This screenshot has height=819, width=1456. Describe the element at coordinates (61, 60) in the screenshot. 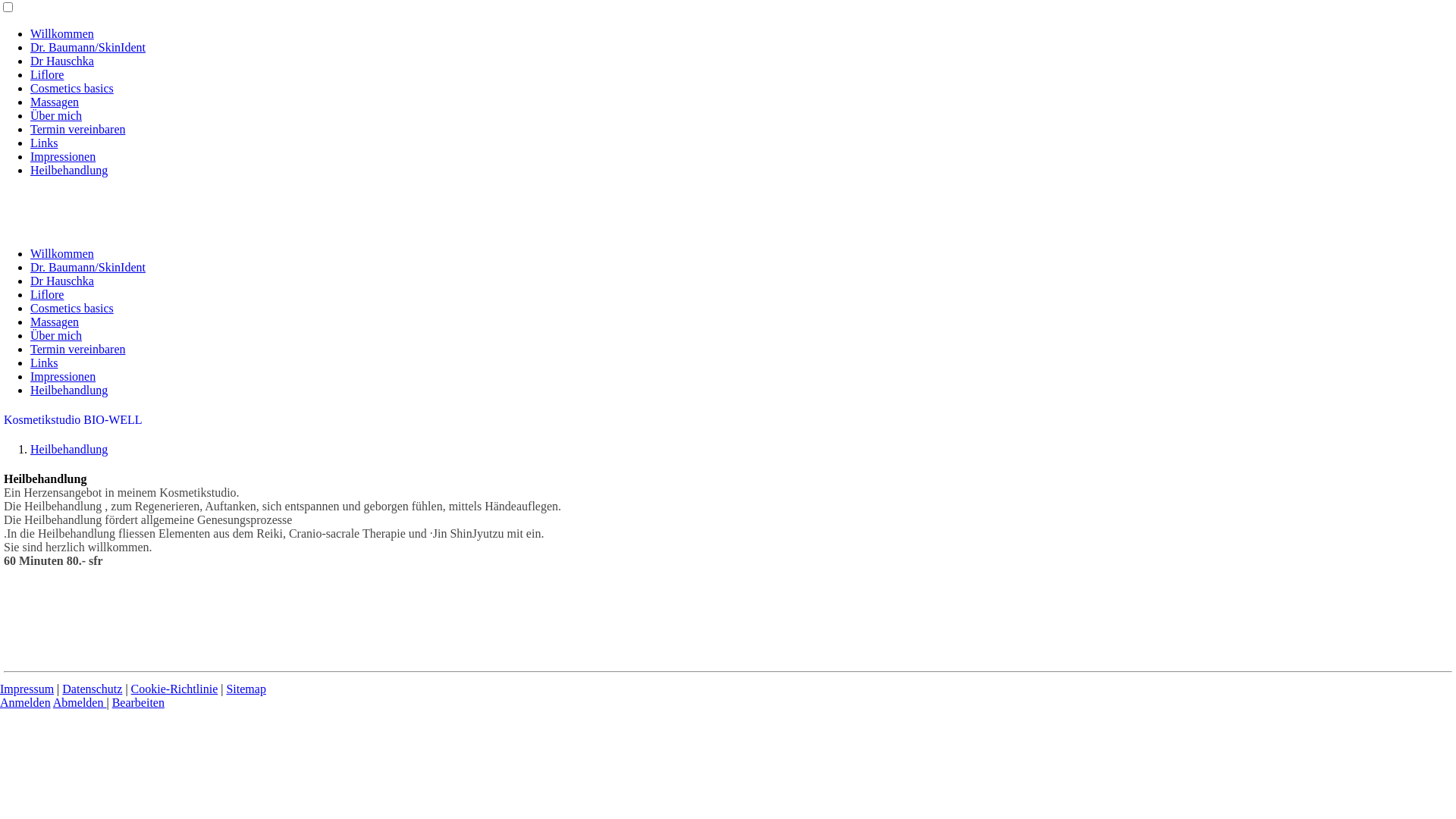

I see `'Dr Hauschka'` at that location.